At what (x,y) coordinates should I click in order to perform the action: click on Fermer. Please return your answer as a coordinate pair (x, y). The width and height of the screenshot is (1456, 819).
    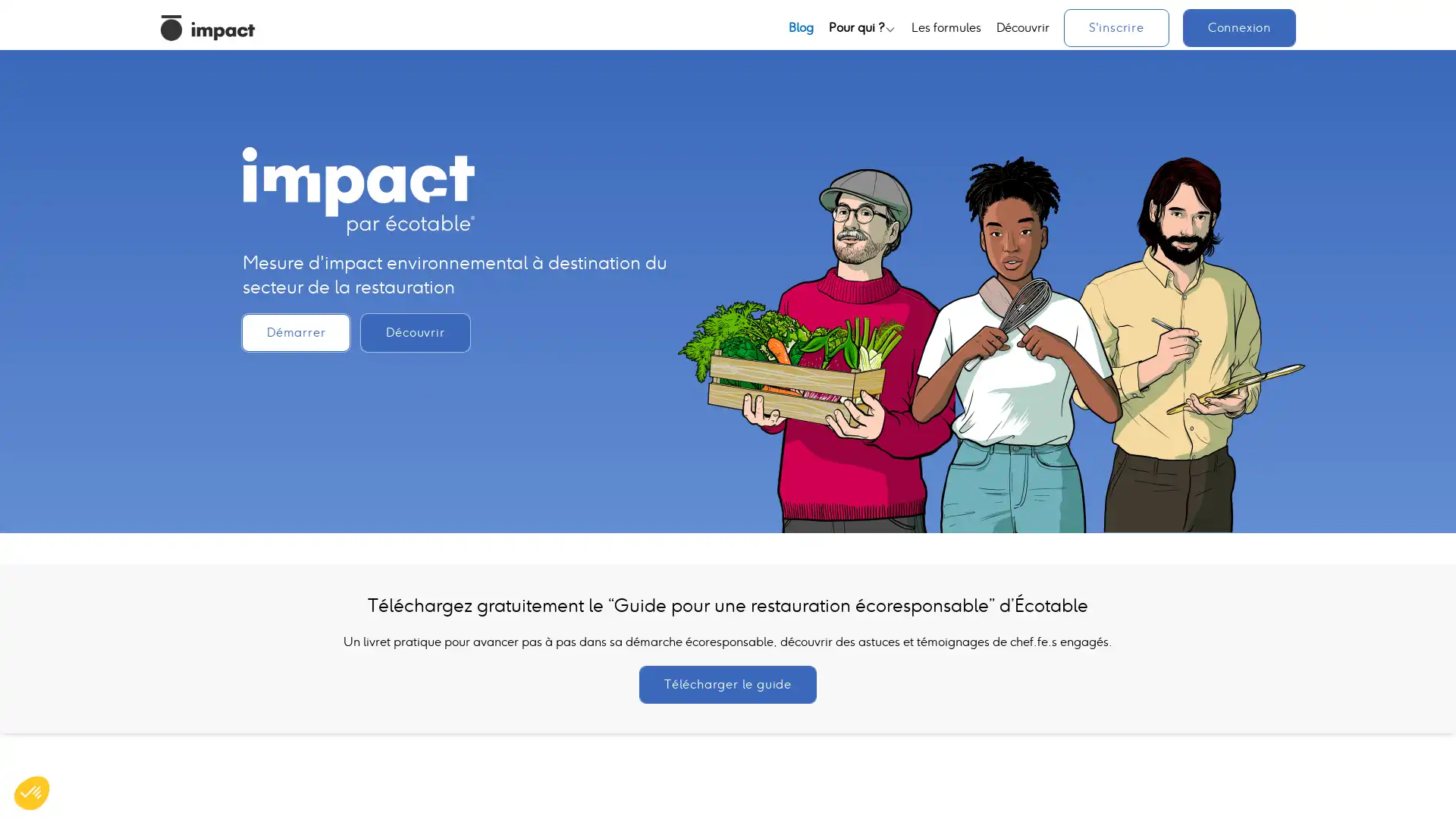
    Looking at the image, I should click on (32, 792).